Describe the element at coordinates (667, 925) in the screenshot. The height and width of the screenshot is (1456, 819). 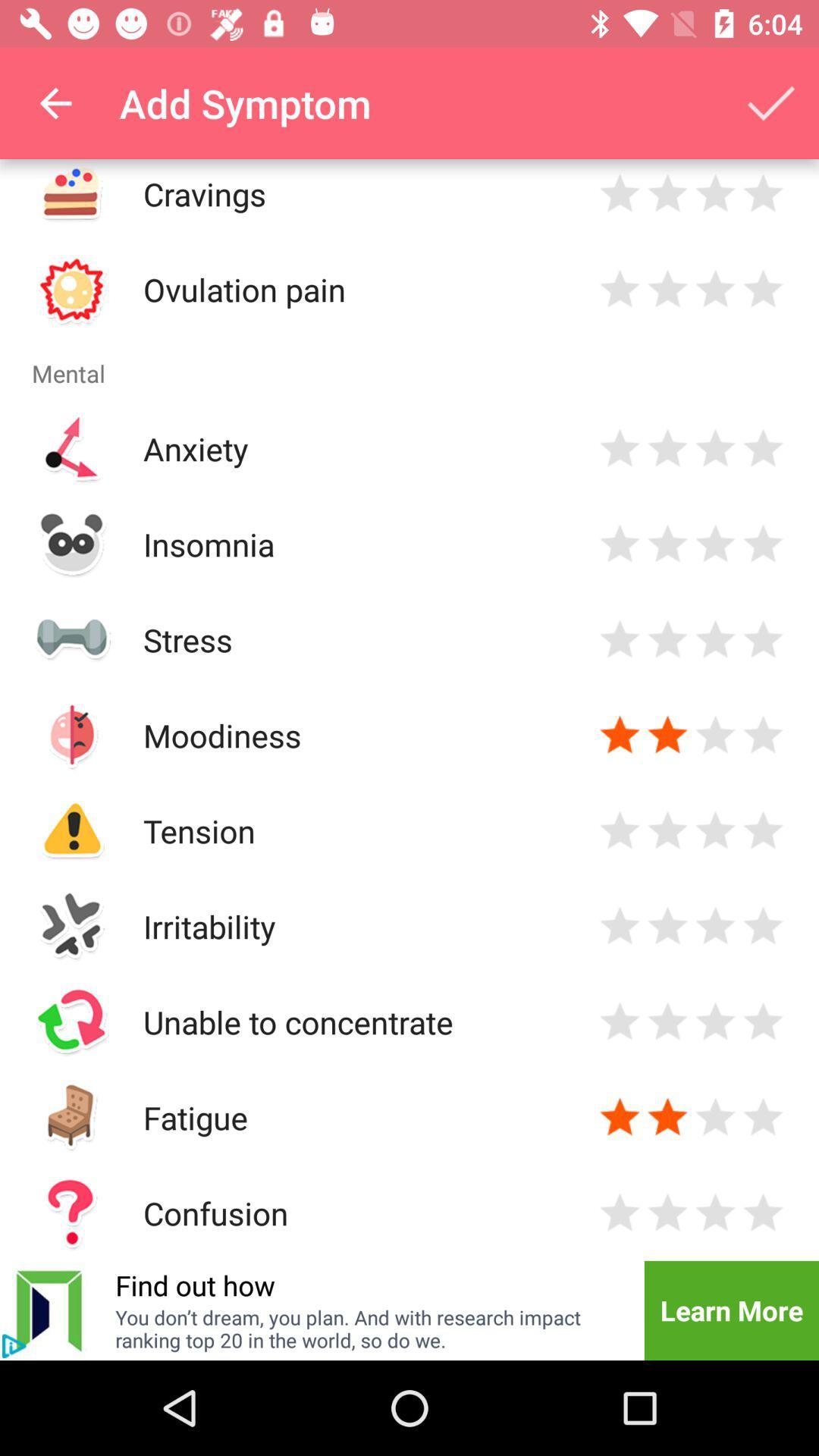
I see `evaluate mental` at that location.